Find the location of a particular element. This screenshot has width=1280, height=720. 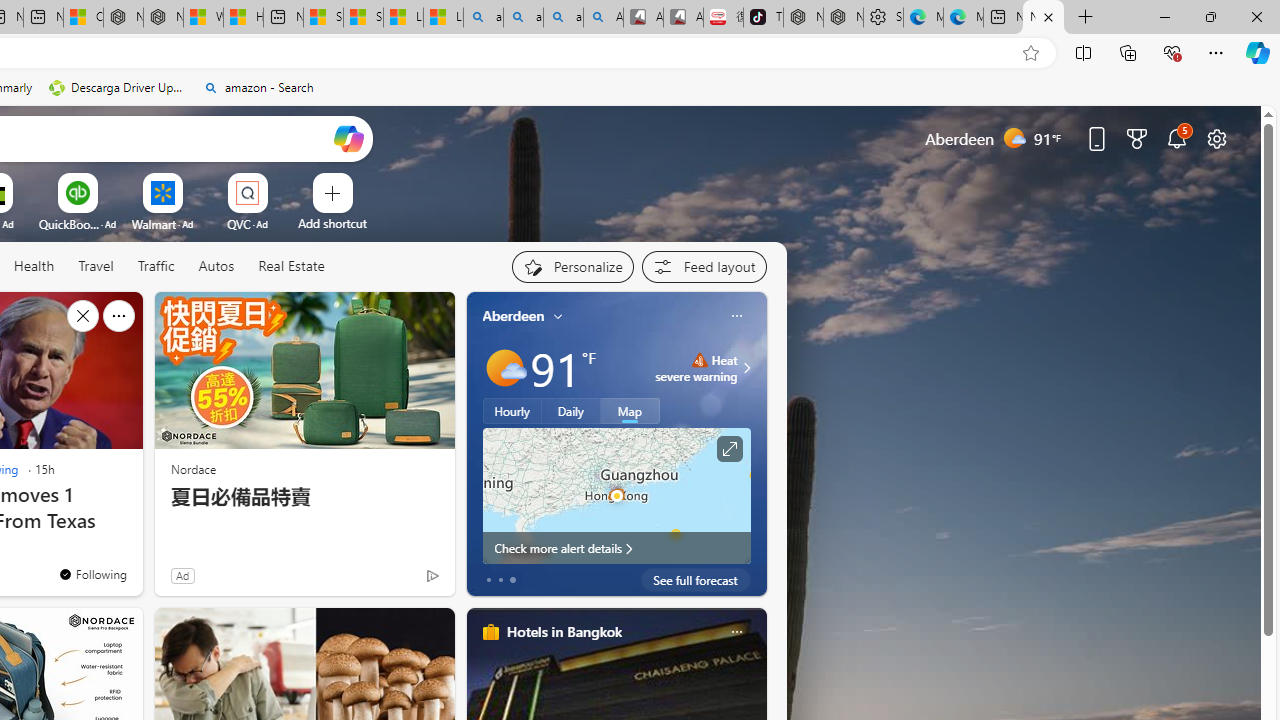

'tab-2' is located at coordinates (512, 579).